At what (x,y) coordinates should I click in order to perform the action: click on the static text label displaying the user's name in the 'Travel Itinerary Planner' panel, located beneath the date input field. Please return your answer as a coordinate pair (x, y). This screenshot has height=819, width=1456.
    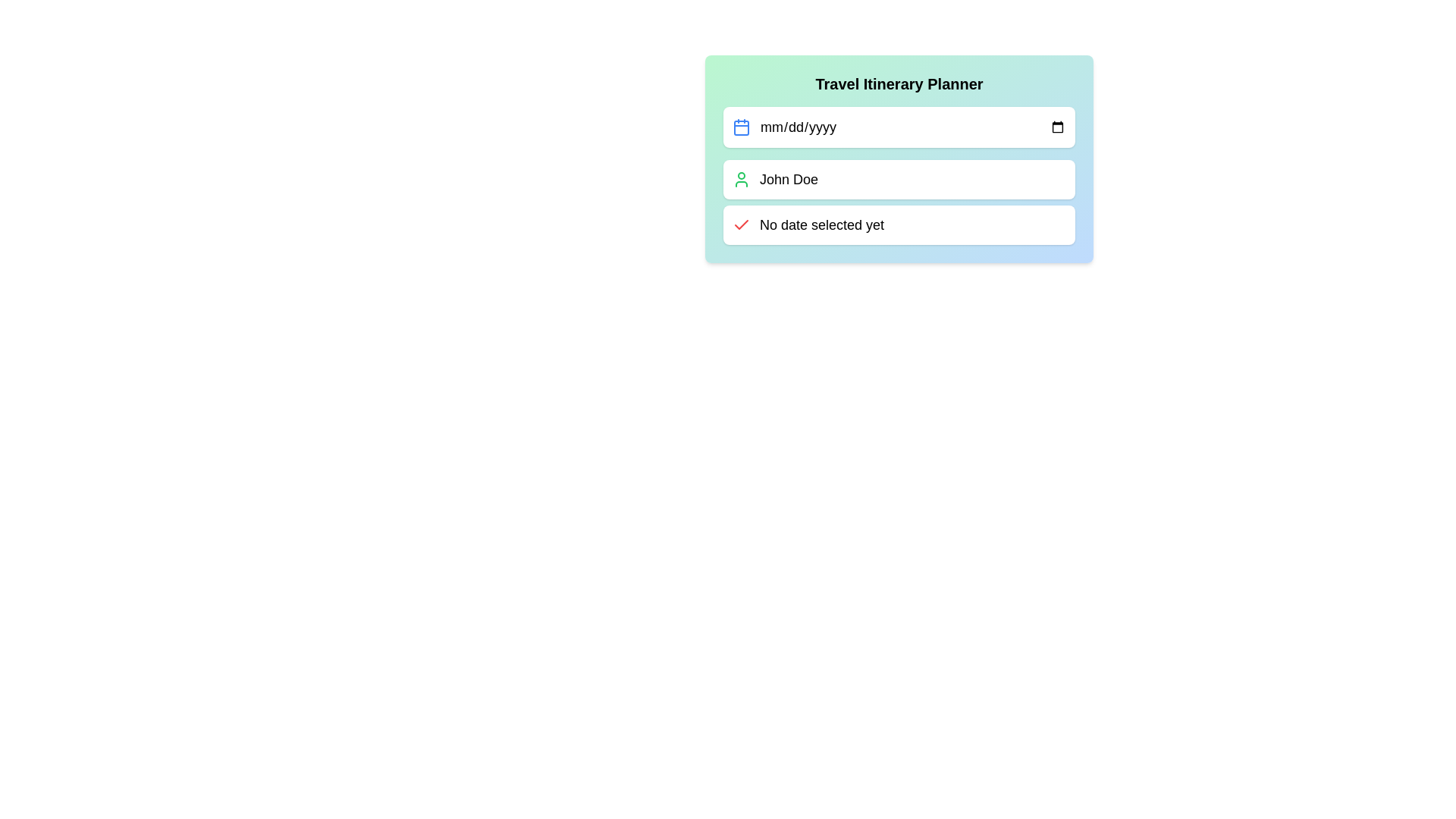
    Looking at the image, I should click on (789, 178).